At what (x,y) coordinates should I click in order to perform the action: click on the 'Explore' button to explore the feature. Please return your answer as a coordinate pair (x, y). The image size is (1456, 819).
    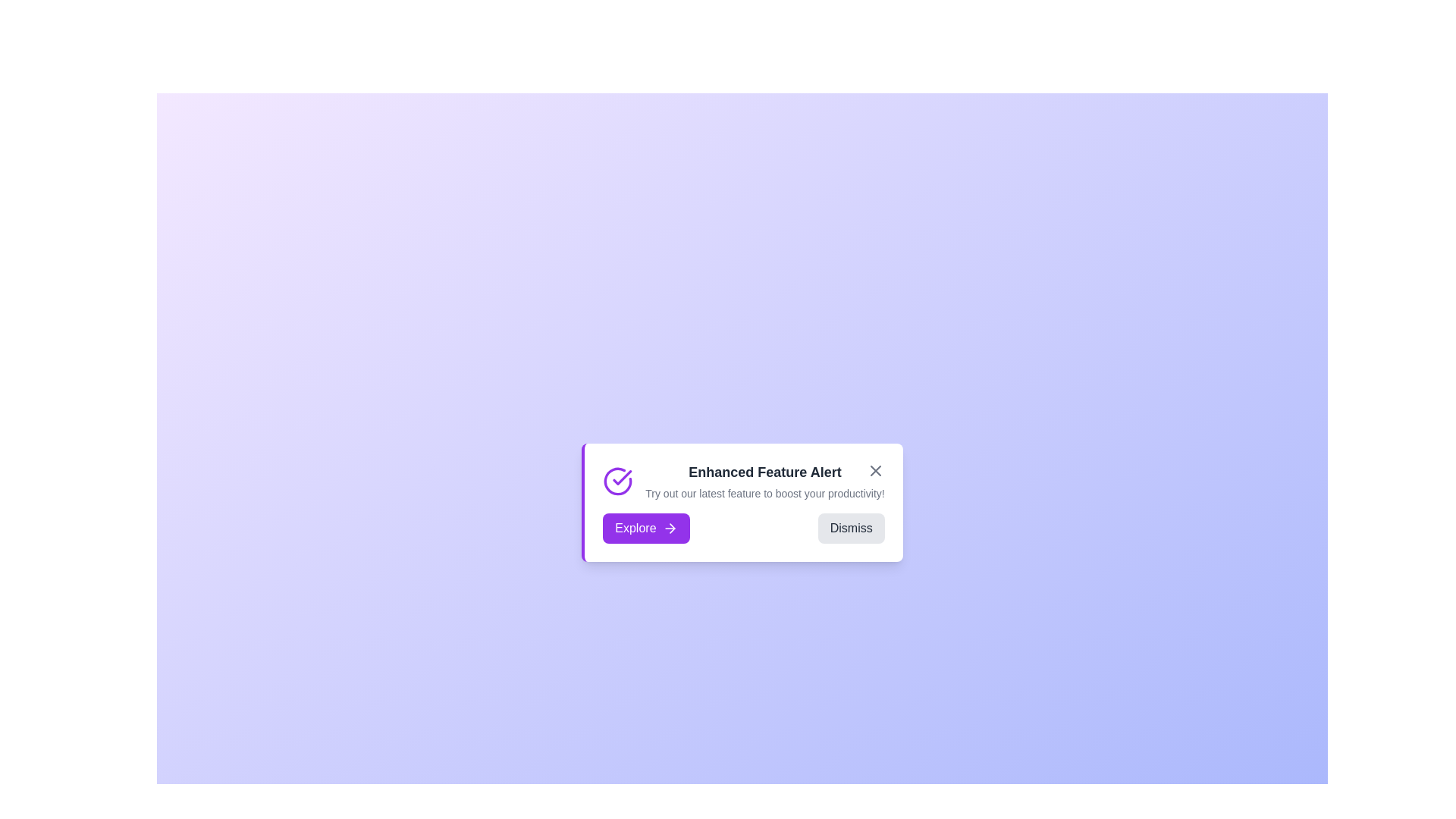
    Looking at the image, I should click on (645, 528).